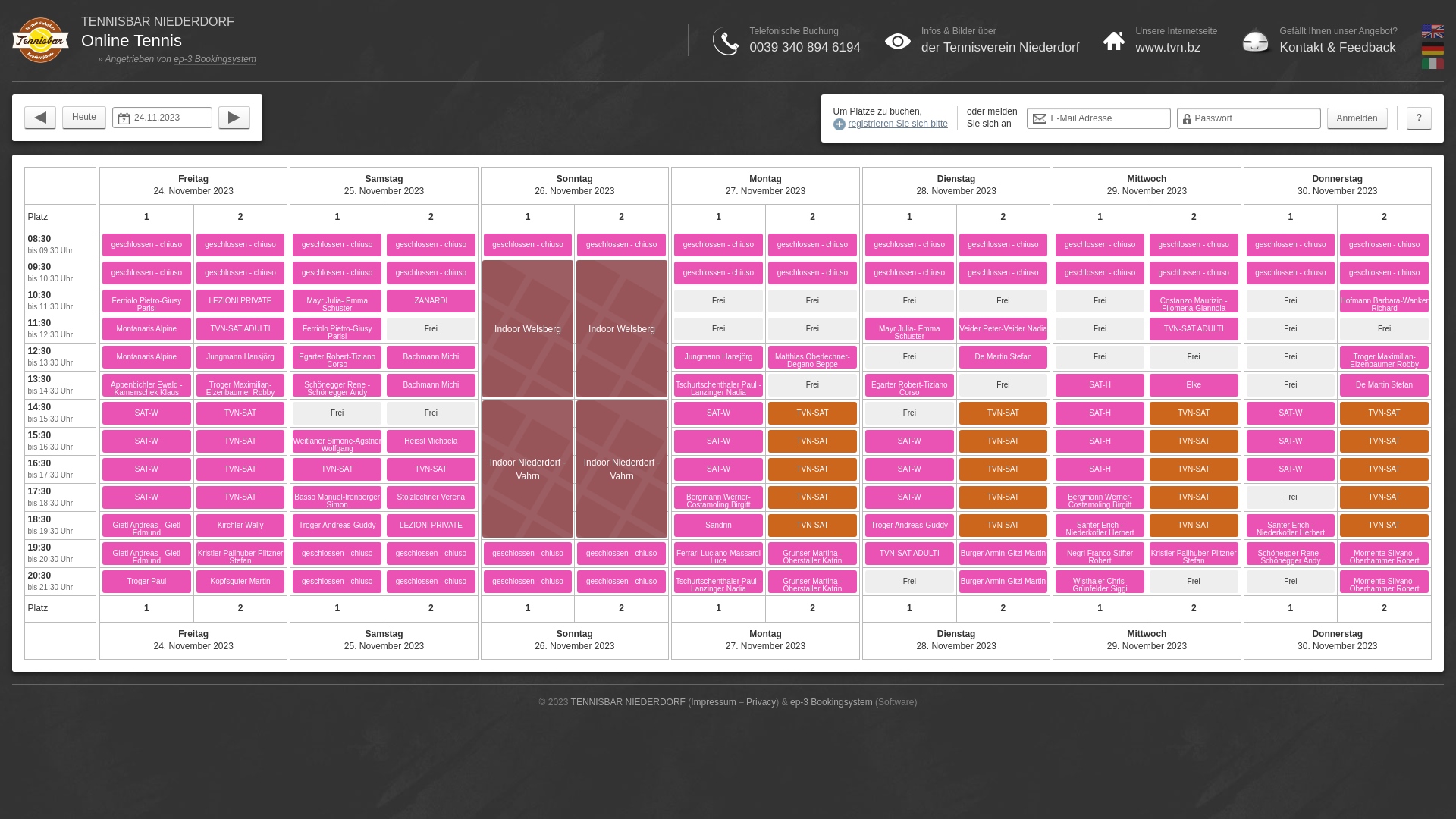 Image resolution: width=1456 pixels, height=819 pixels. Describe the element at coordinates (1150, 384) in the screenshot. I see `'Elke'` at that location.